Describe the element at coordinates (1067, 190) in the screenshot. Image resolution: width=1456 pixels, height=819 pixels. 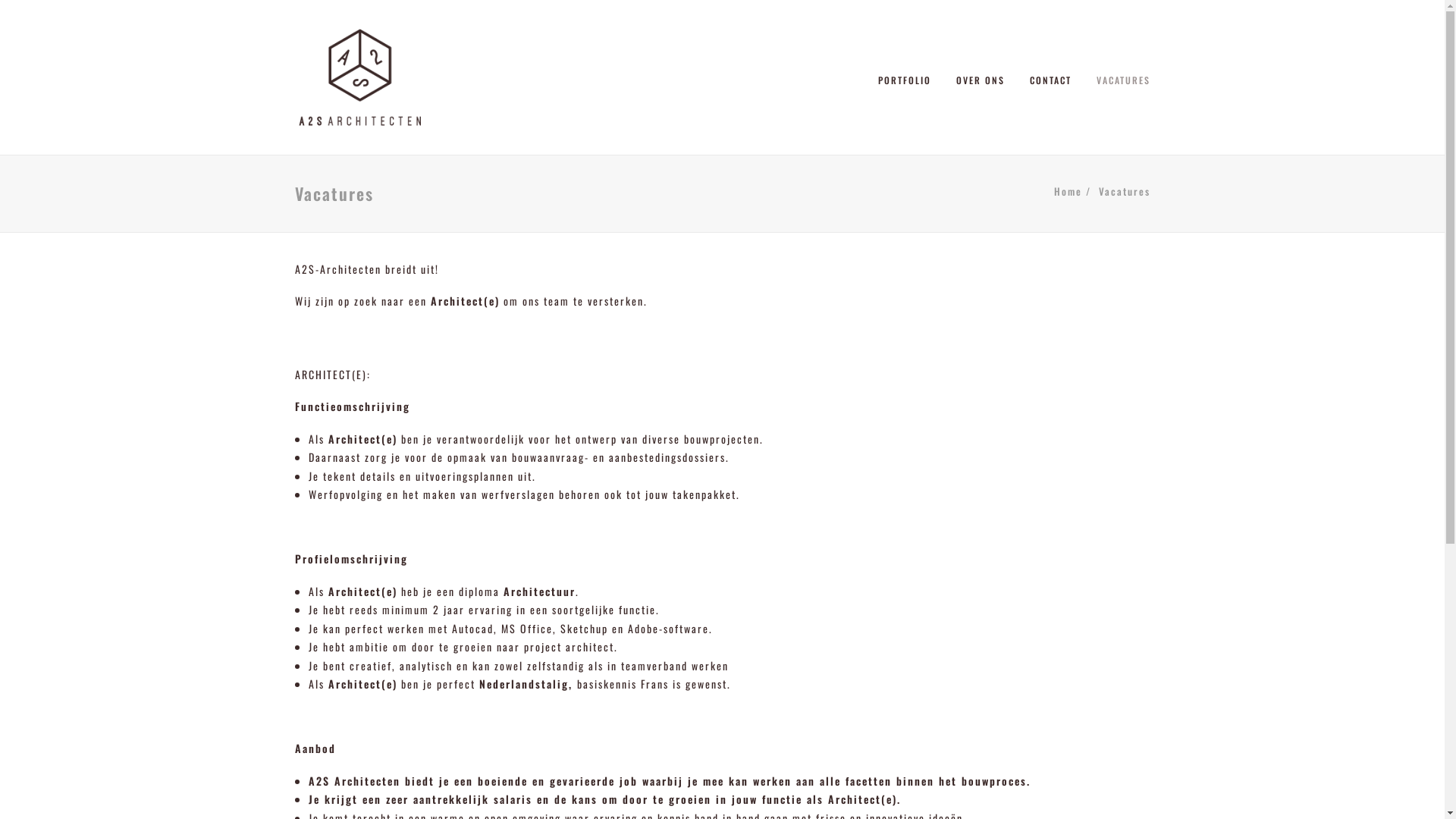
I see `'Home'` at that location.